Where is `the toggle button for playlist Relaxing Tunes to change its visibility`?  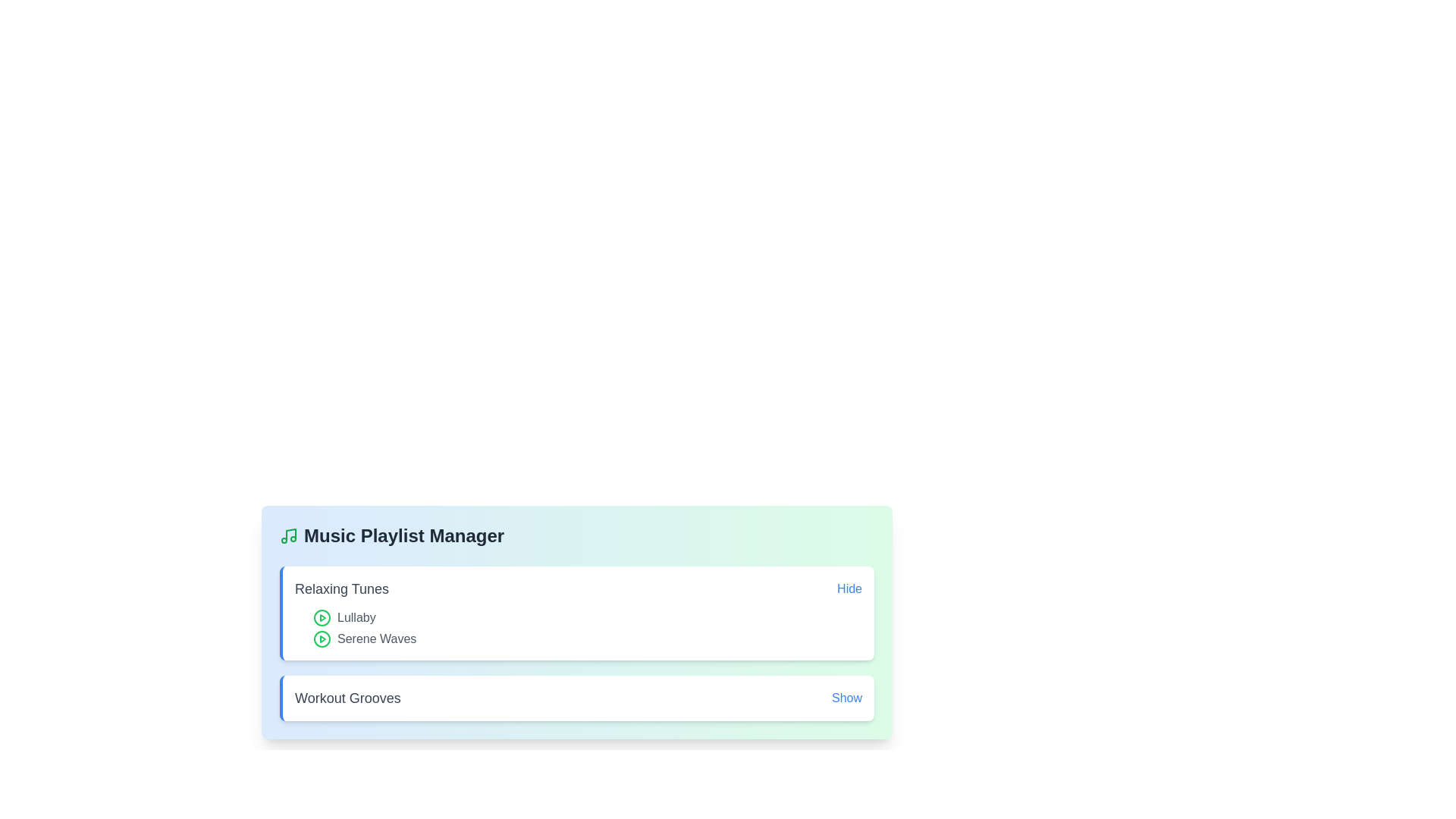
the toggle button for playlist Relaxing Tunes to change its visibility is located at coordinates (849, 588).